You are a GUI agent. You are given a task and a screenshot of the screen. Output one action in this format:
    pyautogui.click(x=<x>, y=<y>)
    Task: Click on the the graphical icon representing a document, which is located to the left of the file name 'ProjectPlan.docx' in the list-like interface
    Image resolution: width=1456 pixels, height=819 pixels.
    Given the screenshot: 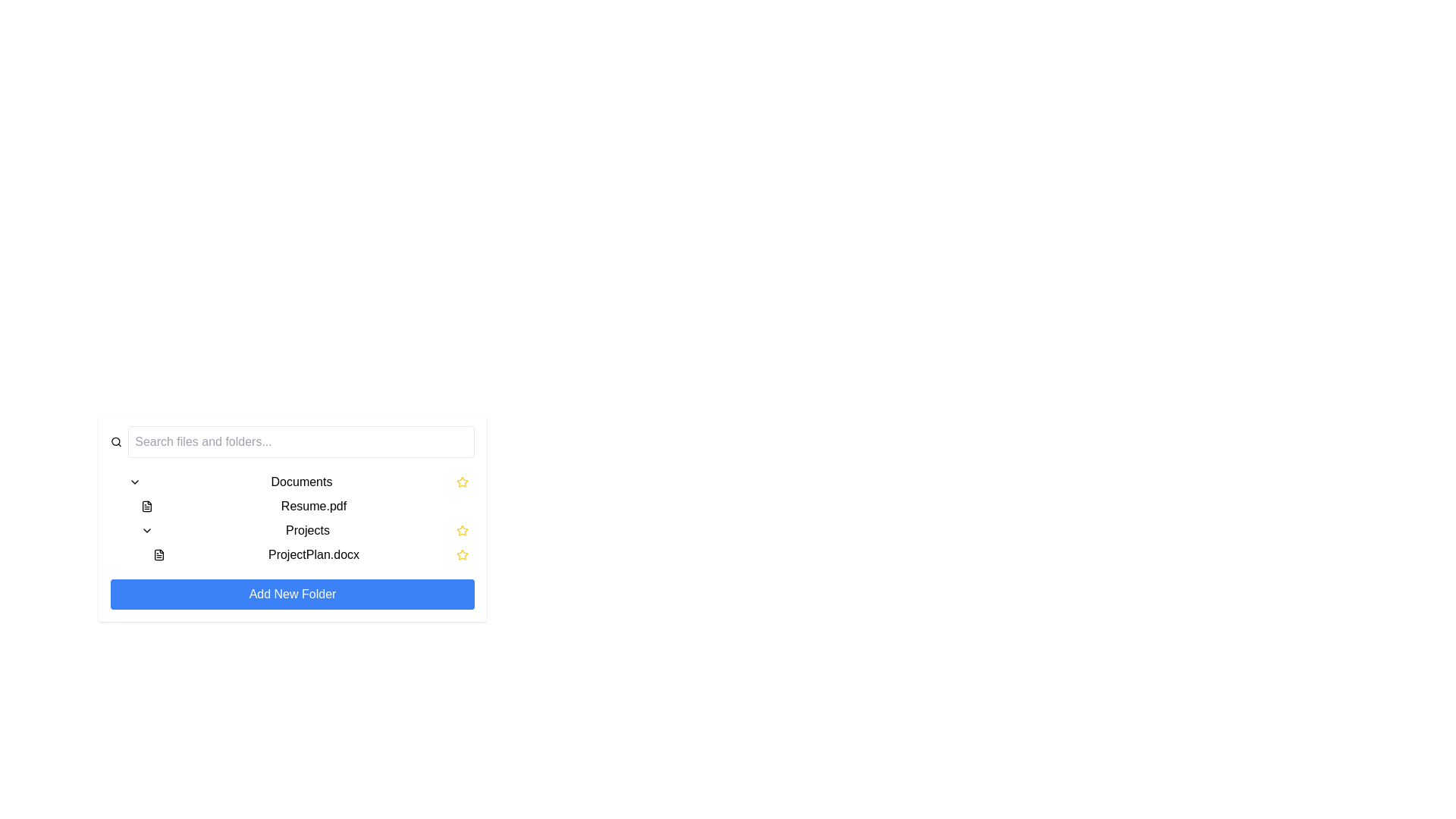 What is the action you would take?
    pyautogui.click(x=159, y=555)
    